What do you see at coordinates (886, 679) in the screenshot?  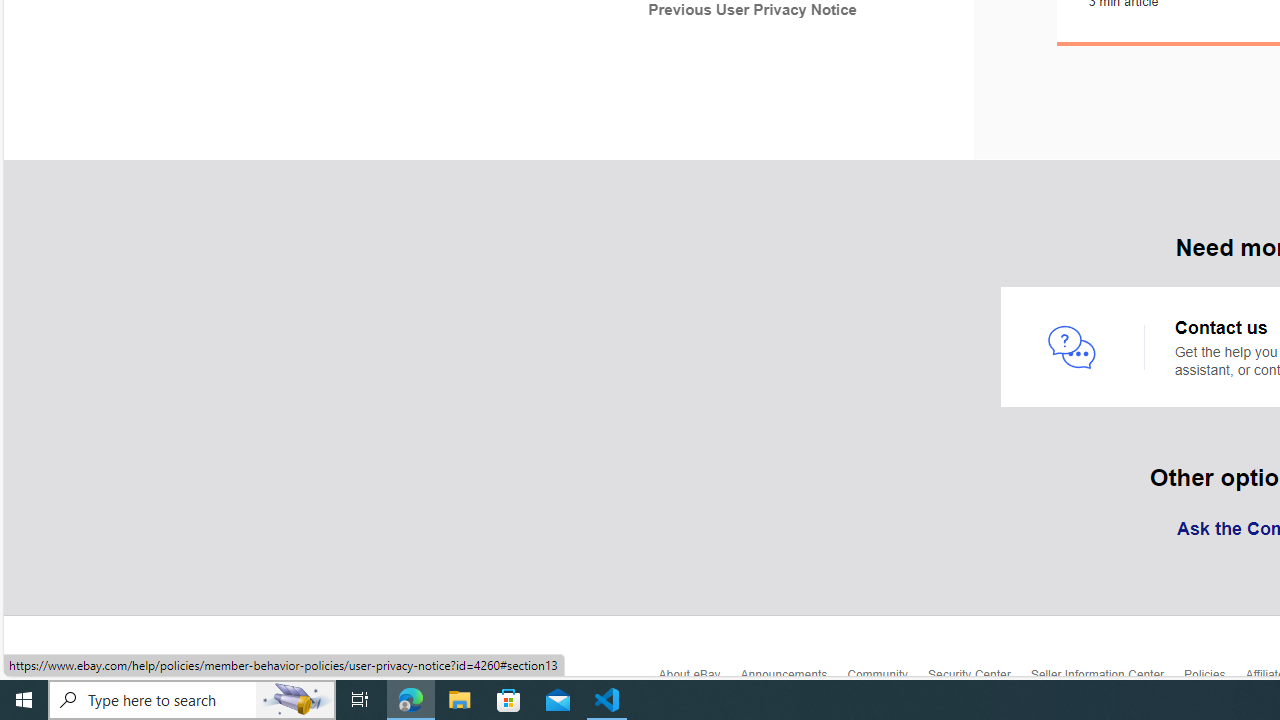 I see `'Community'` at bounding box center [886, 679].